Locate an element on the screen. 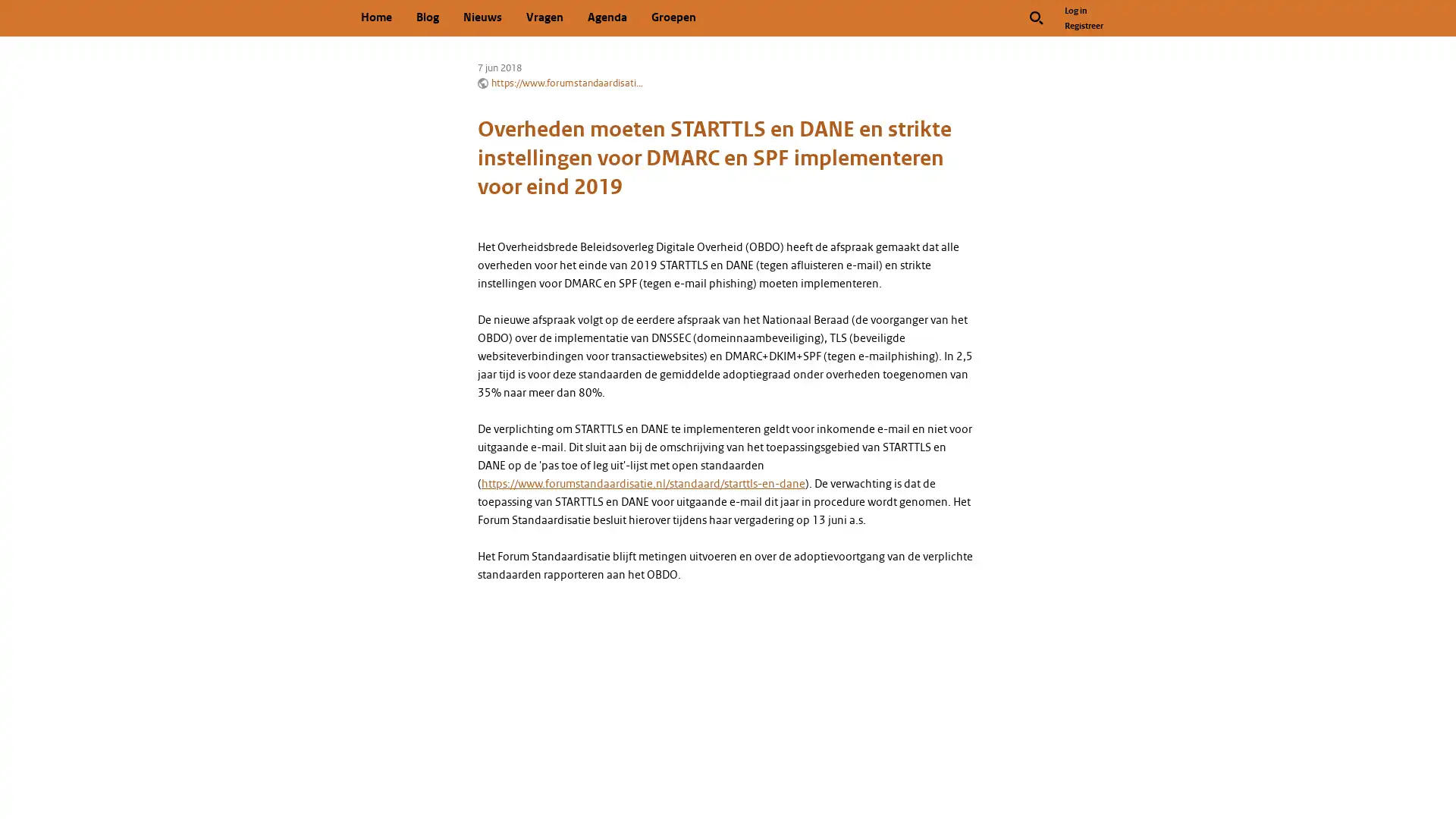  Zoek is located at coordinates (1036, 17).